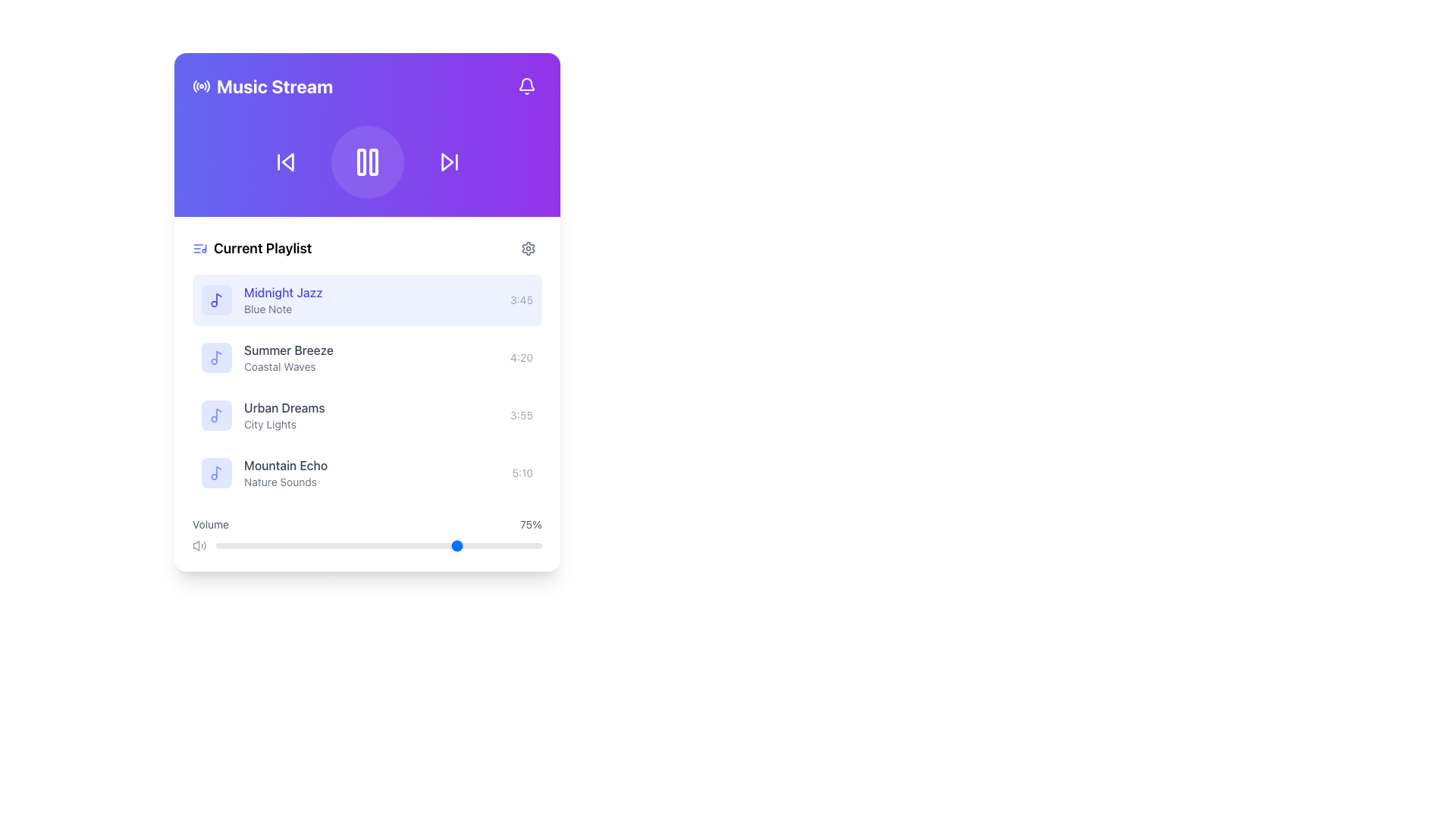  I want to click on the second item in the playlist, 'Summer Breeze', so click(367, 357).